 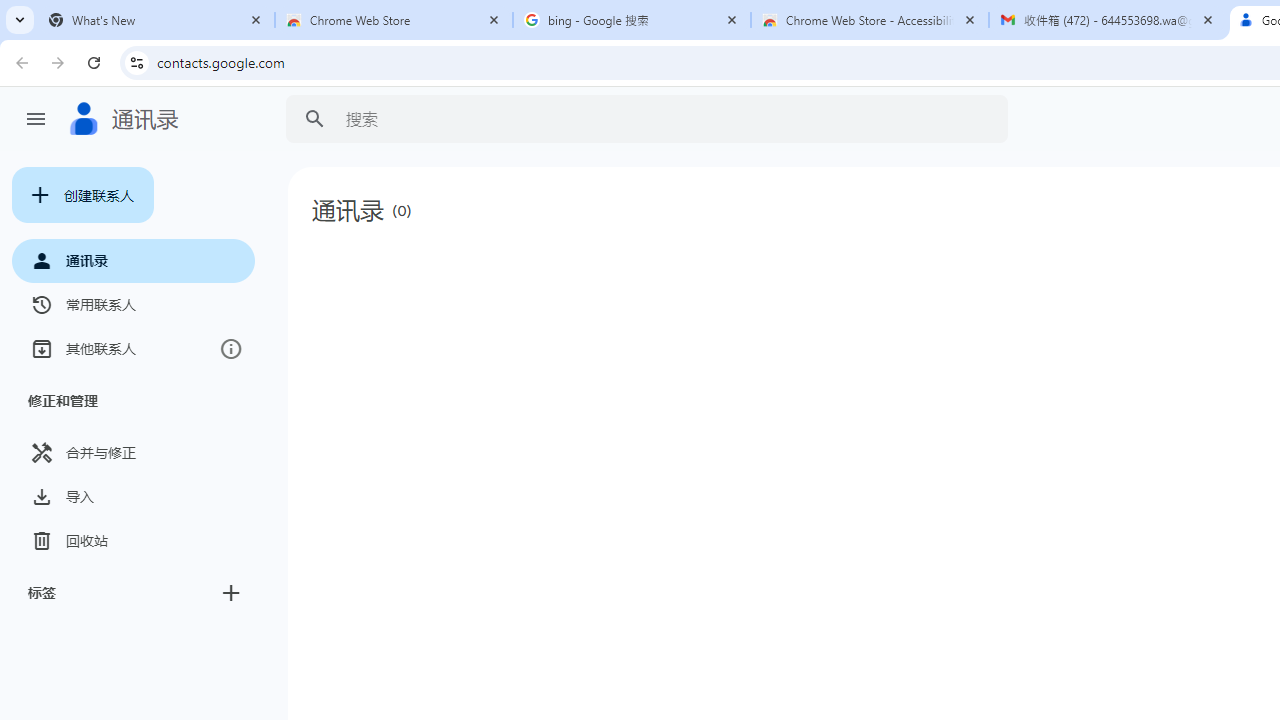 I want to click on 'What', so click(x=155, y=20).